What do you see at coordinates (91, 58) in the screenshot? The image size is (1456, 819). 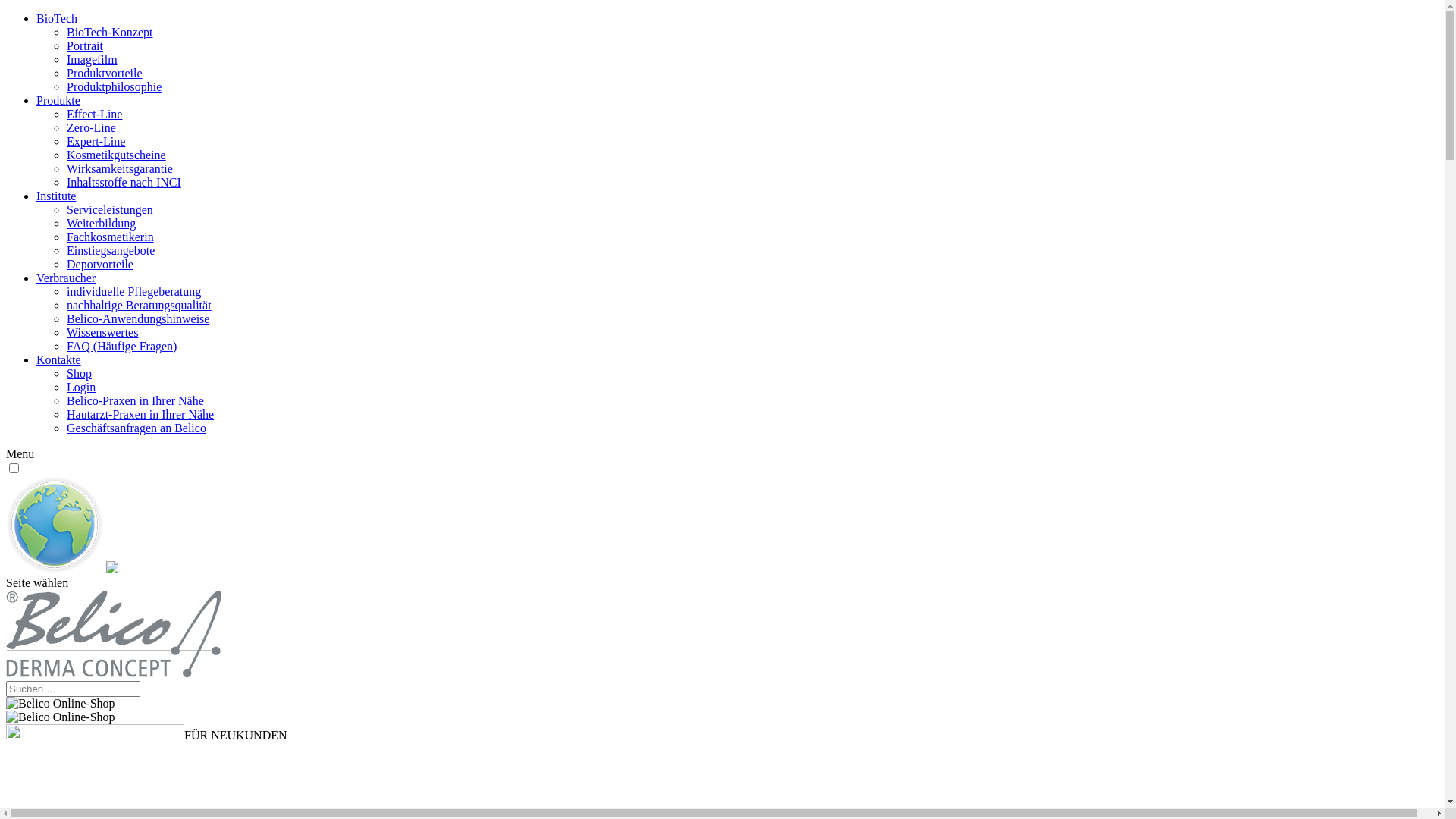 I see `'Imagefilm'` at bounding box center [91, 58].